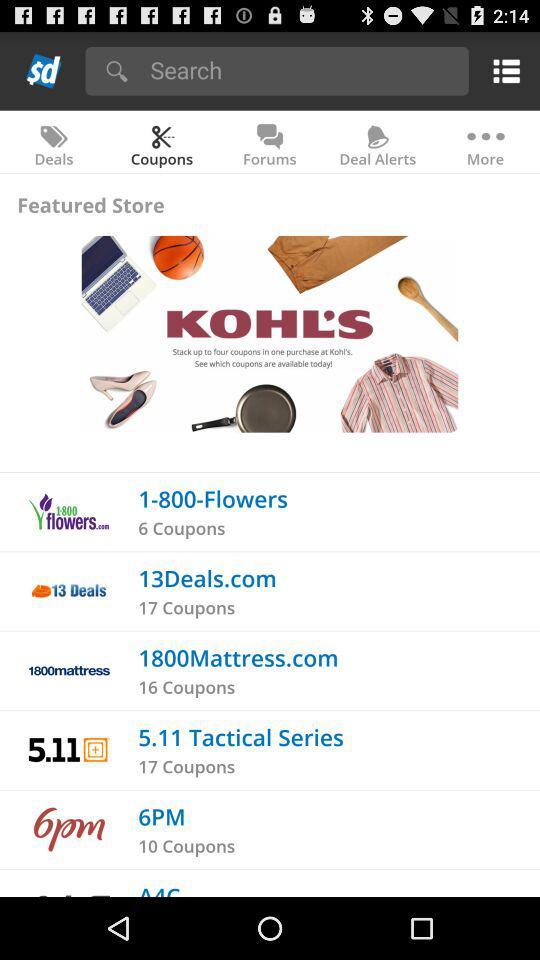  I want to click on 6pm, so click(161, 816).